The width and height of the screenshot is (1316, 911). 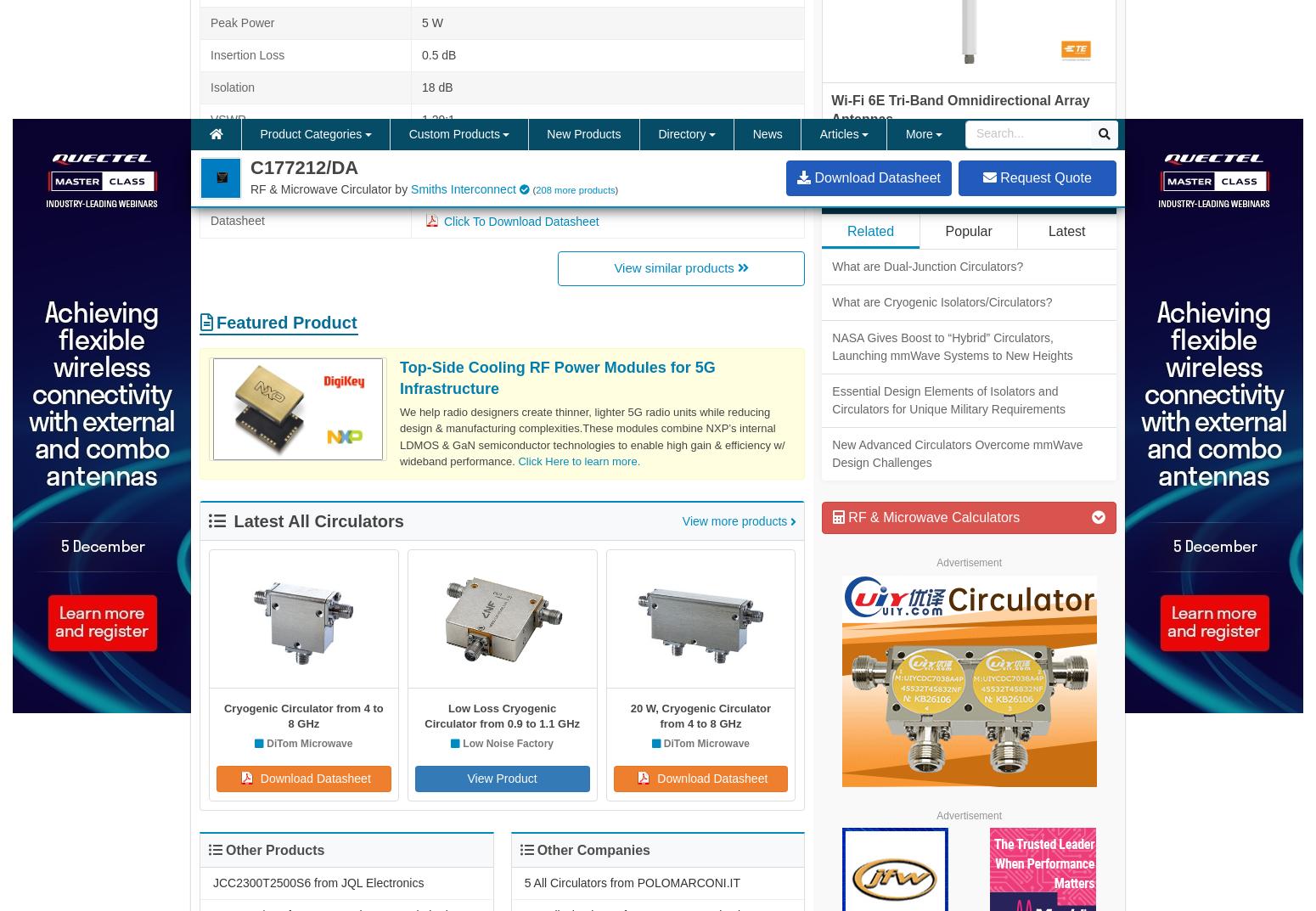 I want to click on 'Microwave Frequency Bands', so click(x=532, y=614).